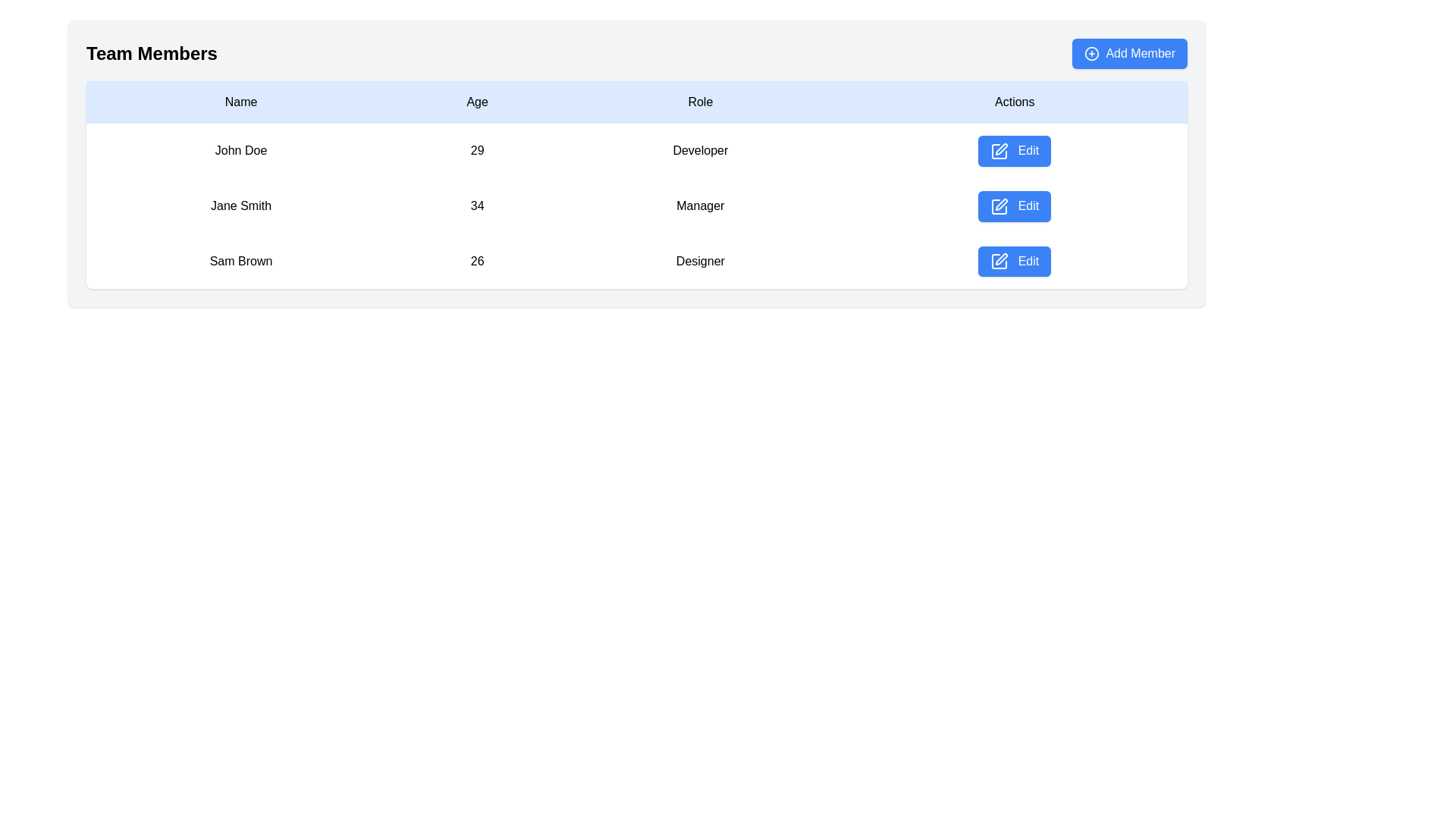  I want to click on the 'Developer' text label located in the 'Team Members' section, which is displayed in bold black font within a light-colored rectangular area, positioned in the third column of the first row under the 'Role' header, so click(699, 151).